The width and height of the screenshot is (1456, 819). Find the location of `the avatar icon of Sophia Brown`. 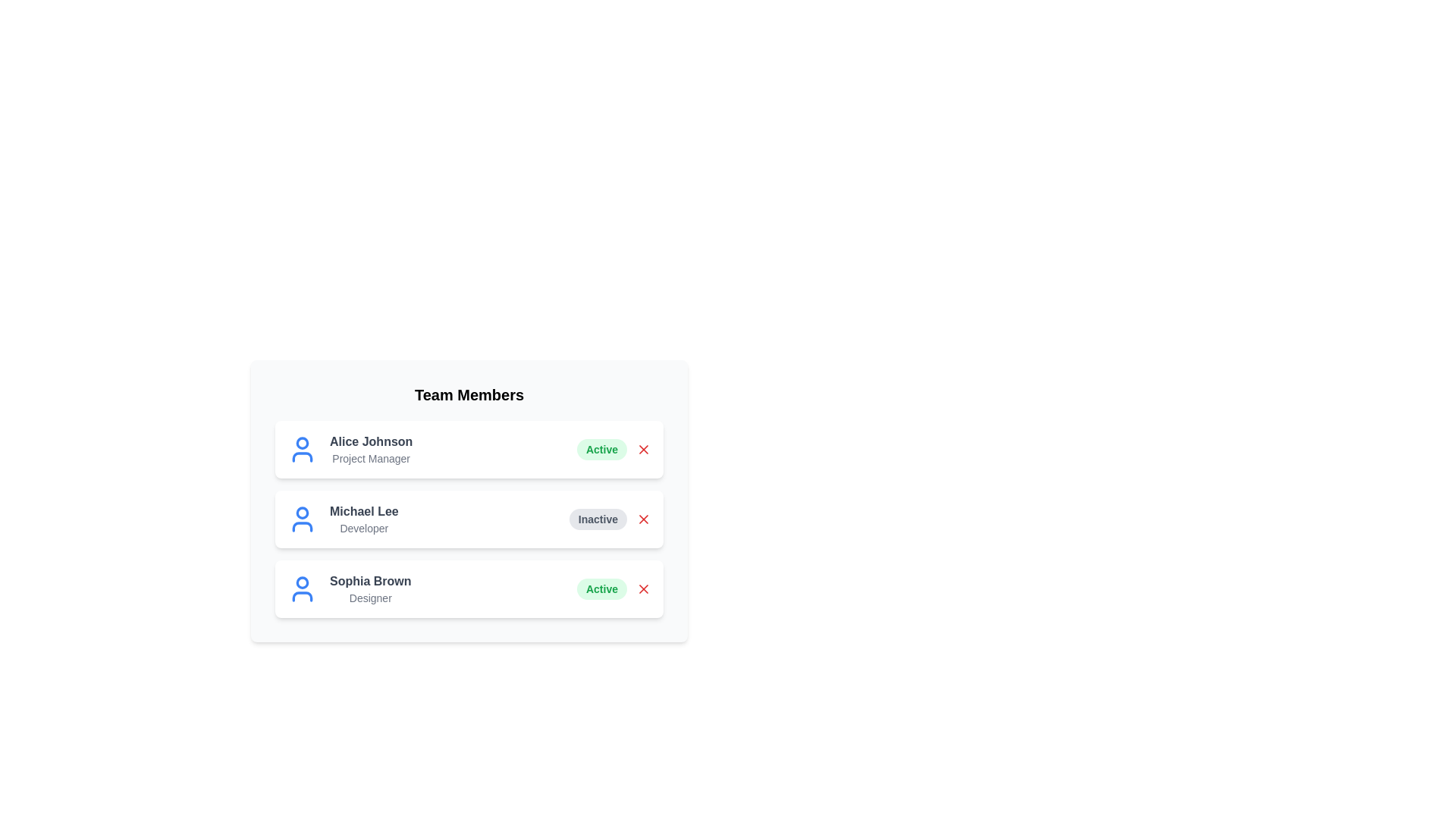

the avatar icon of Sophia Brown is located at coordinates (302, 588).